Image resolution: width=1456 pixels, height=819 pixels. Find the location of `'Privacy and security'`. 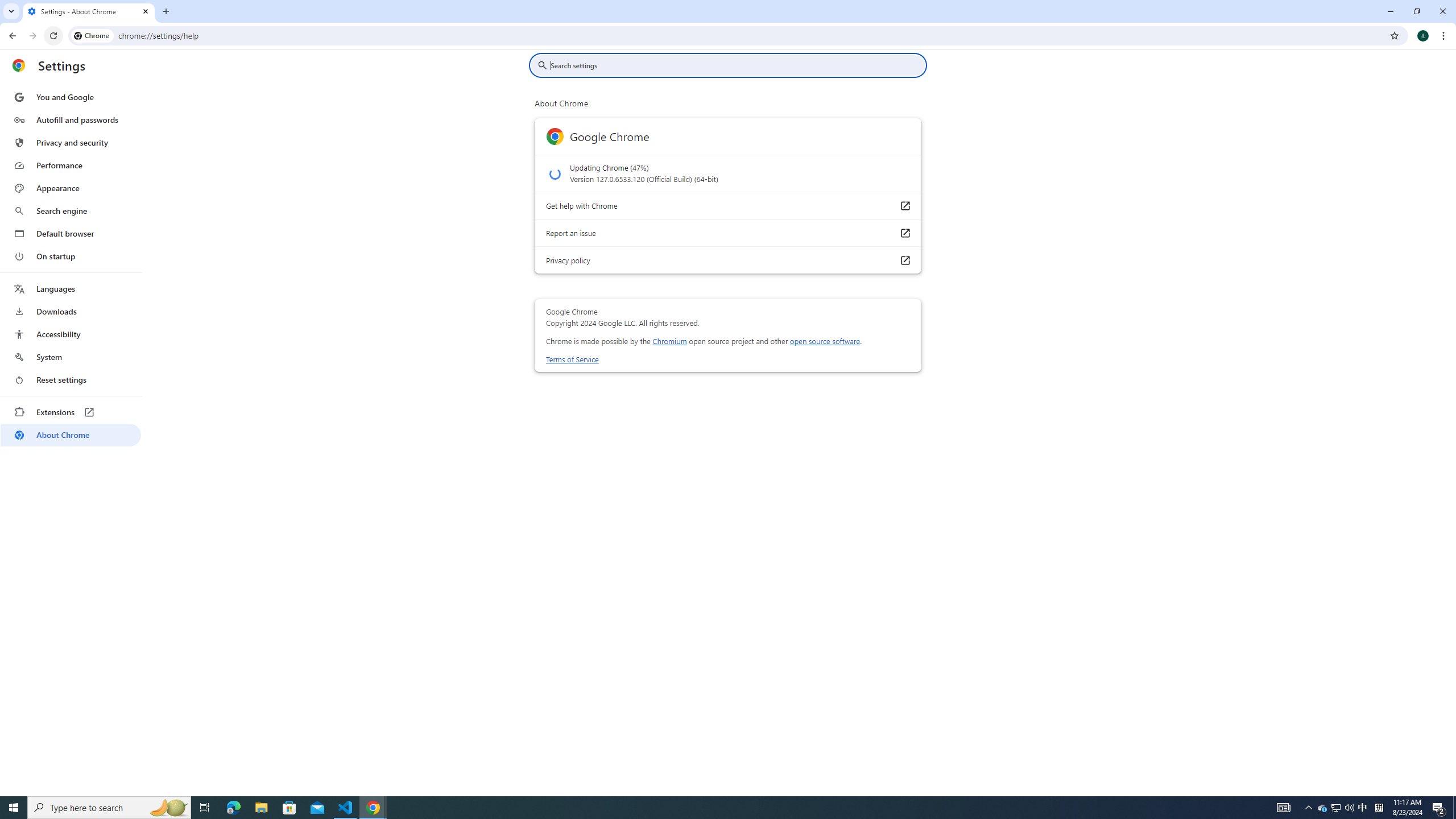

'Privacy and security' is located at coordinates (70, 142).